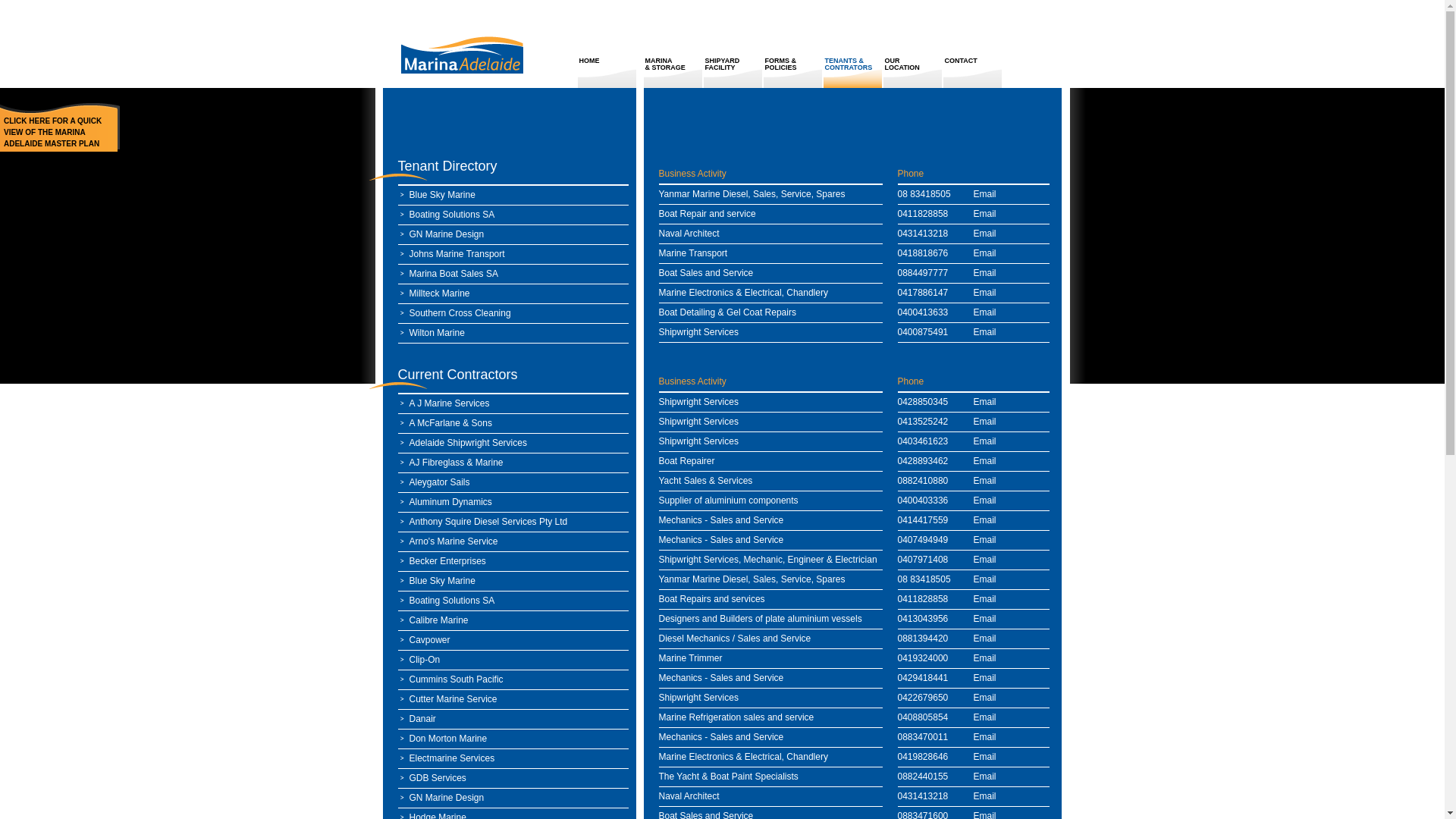  What do you see at coordinates (985, 795) in the screenshot?
I see `'Email'` at bounding box center [985, 795].